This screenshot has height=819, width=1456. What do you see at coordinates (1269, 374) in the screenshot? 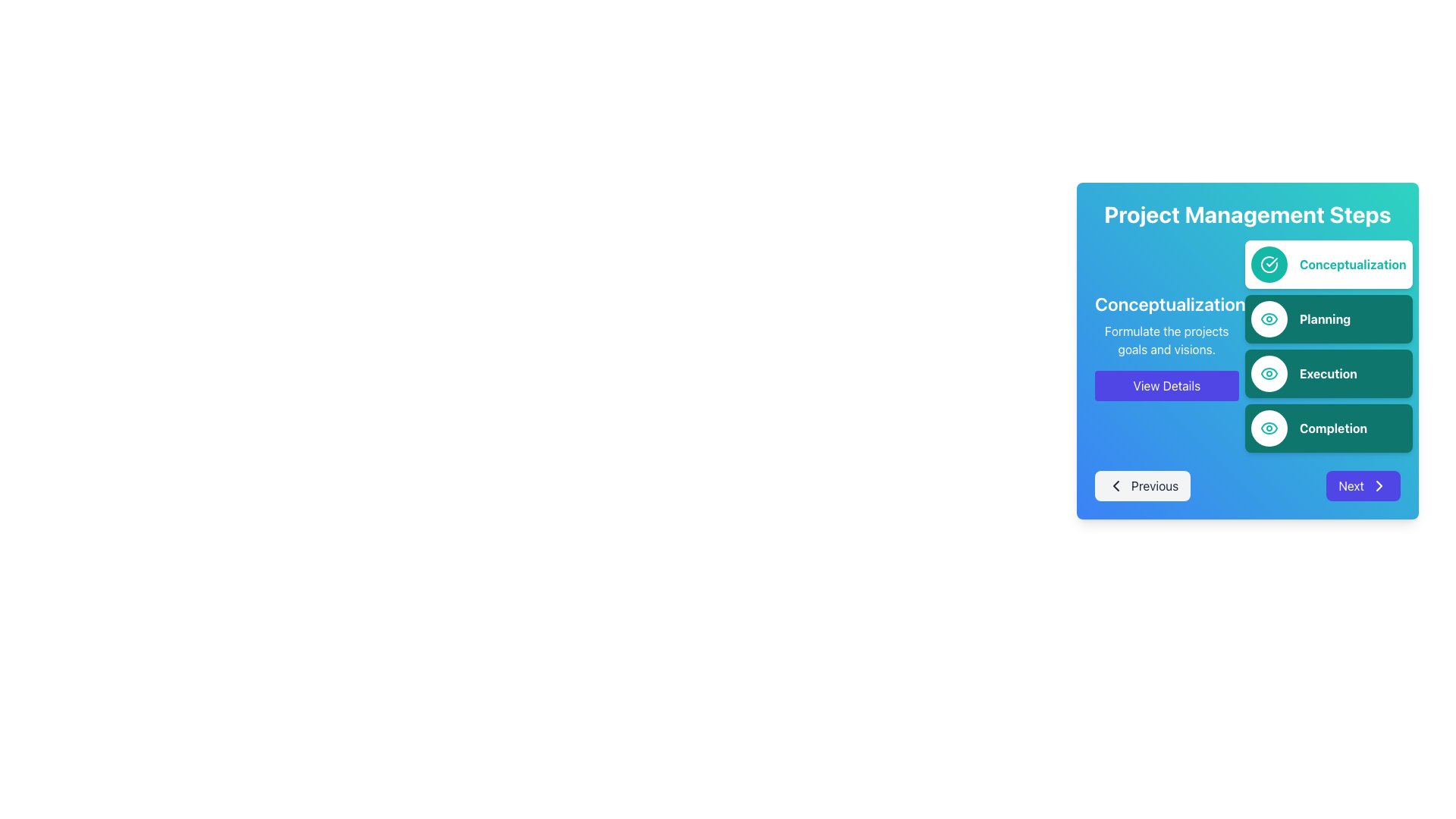
I see `the SVG Icon that signifies the 'Execution' stage in the project management steps, located inside the third button on the right side of the blue card interface` at bounding box center [1269, 374].